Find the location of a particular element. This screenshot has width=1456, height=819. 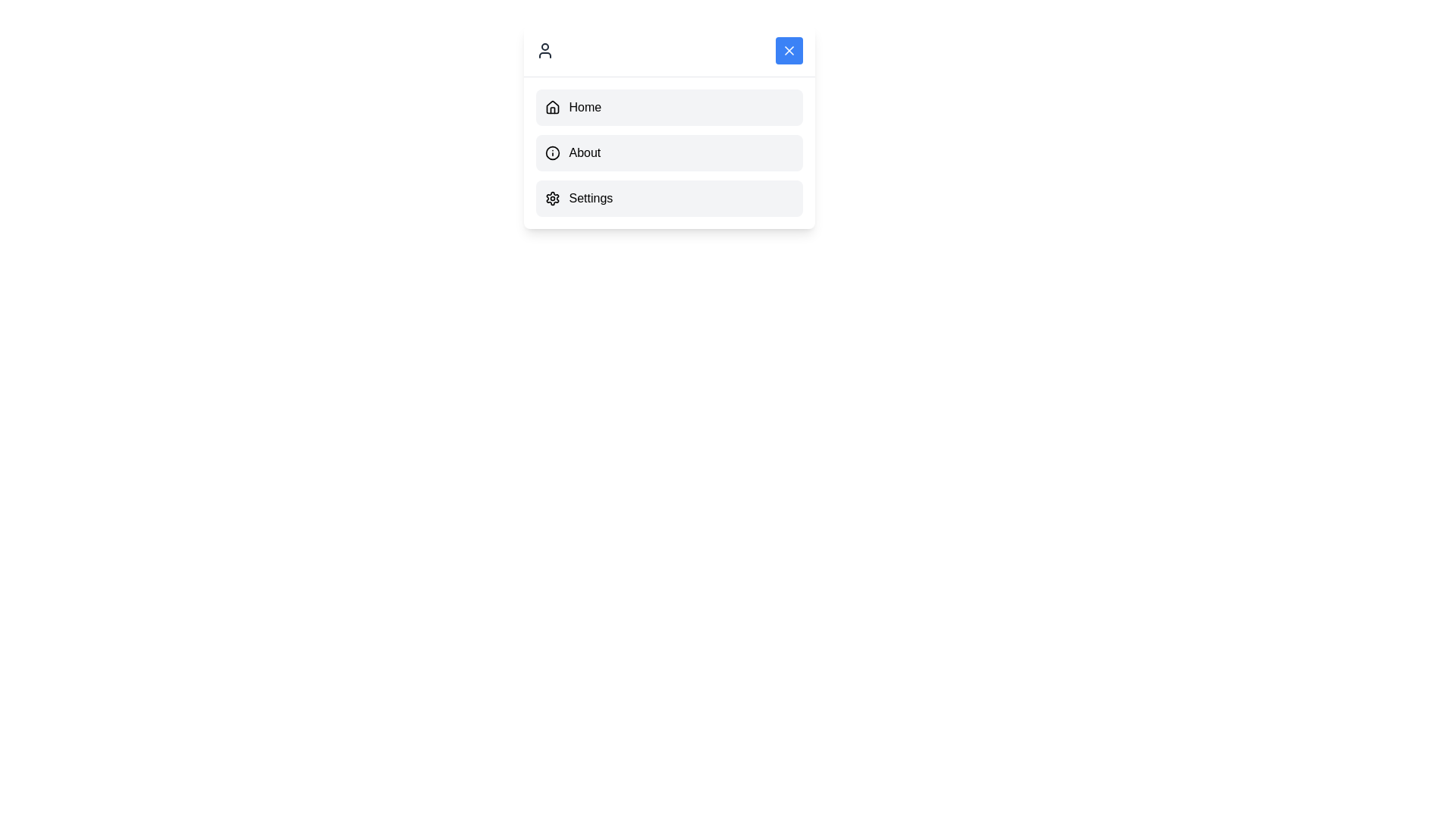

the navigational button at the top of the menu list that redirects to the homepage is located at coordinates (668, 107).